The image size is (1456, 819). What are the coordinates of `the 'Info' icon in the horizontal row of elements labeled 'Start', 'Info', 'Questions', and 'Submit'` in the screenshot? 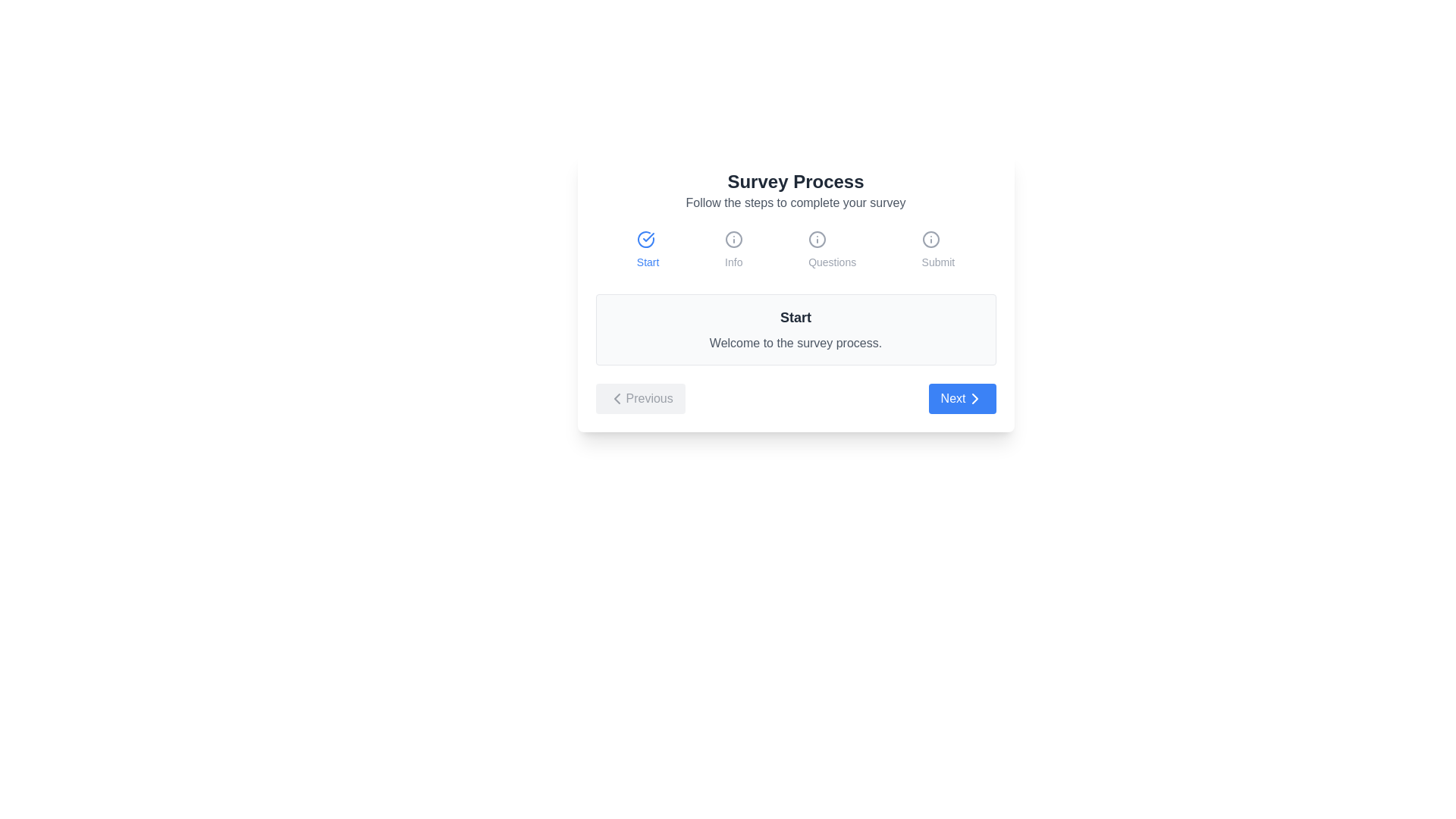 It's located at (733, 249).